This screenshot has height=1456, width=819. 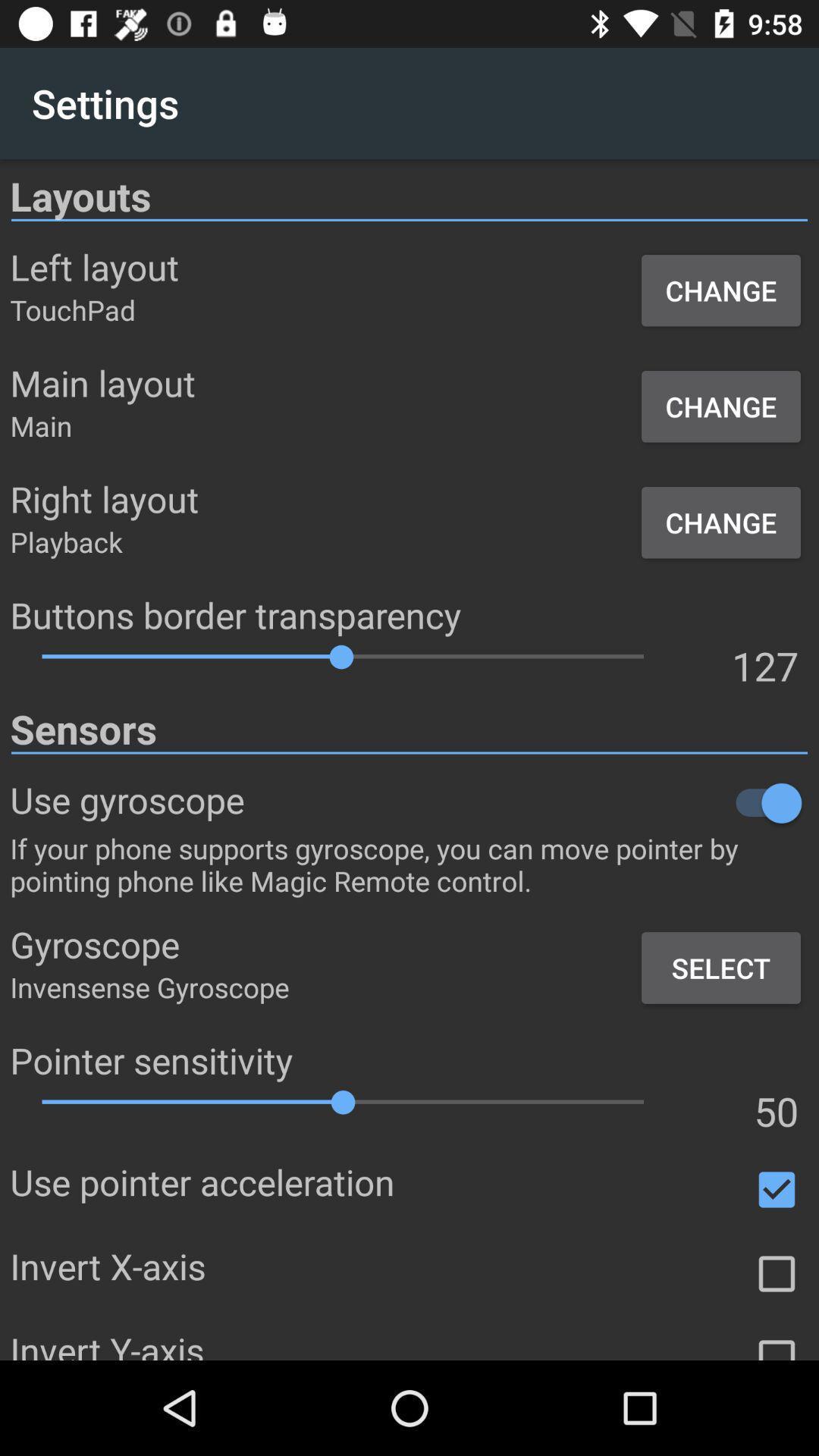 I want to click on invert y axis, so click(x=777, y=1343).